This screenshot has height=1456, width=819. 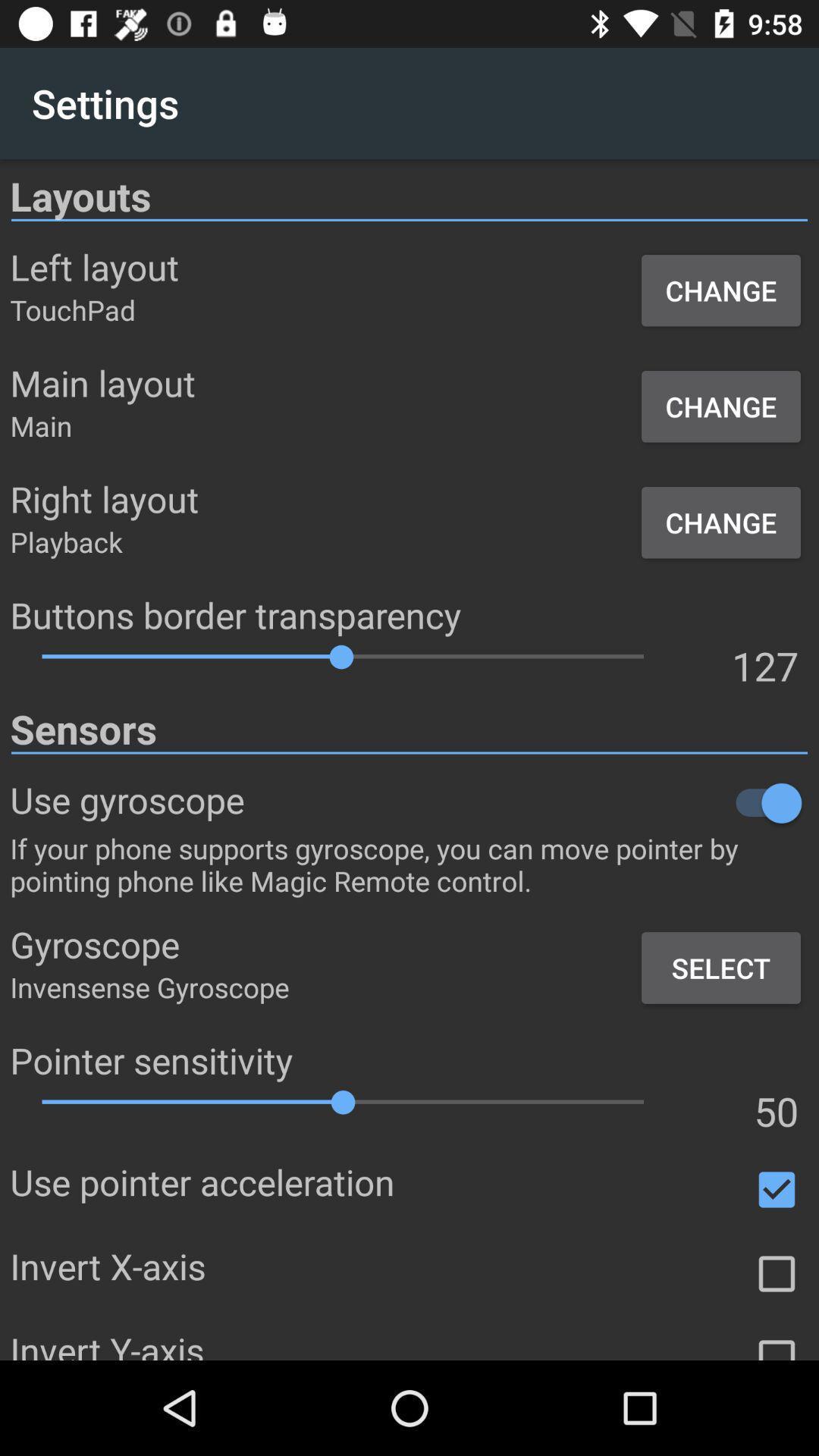 I want to click on invert y axis, so click(x=777, y=1343).